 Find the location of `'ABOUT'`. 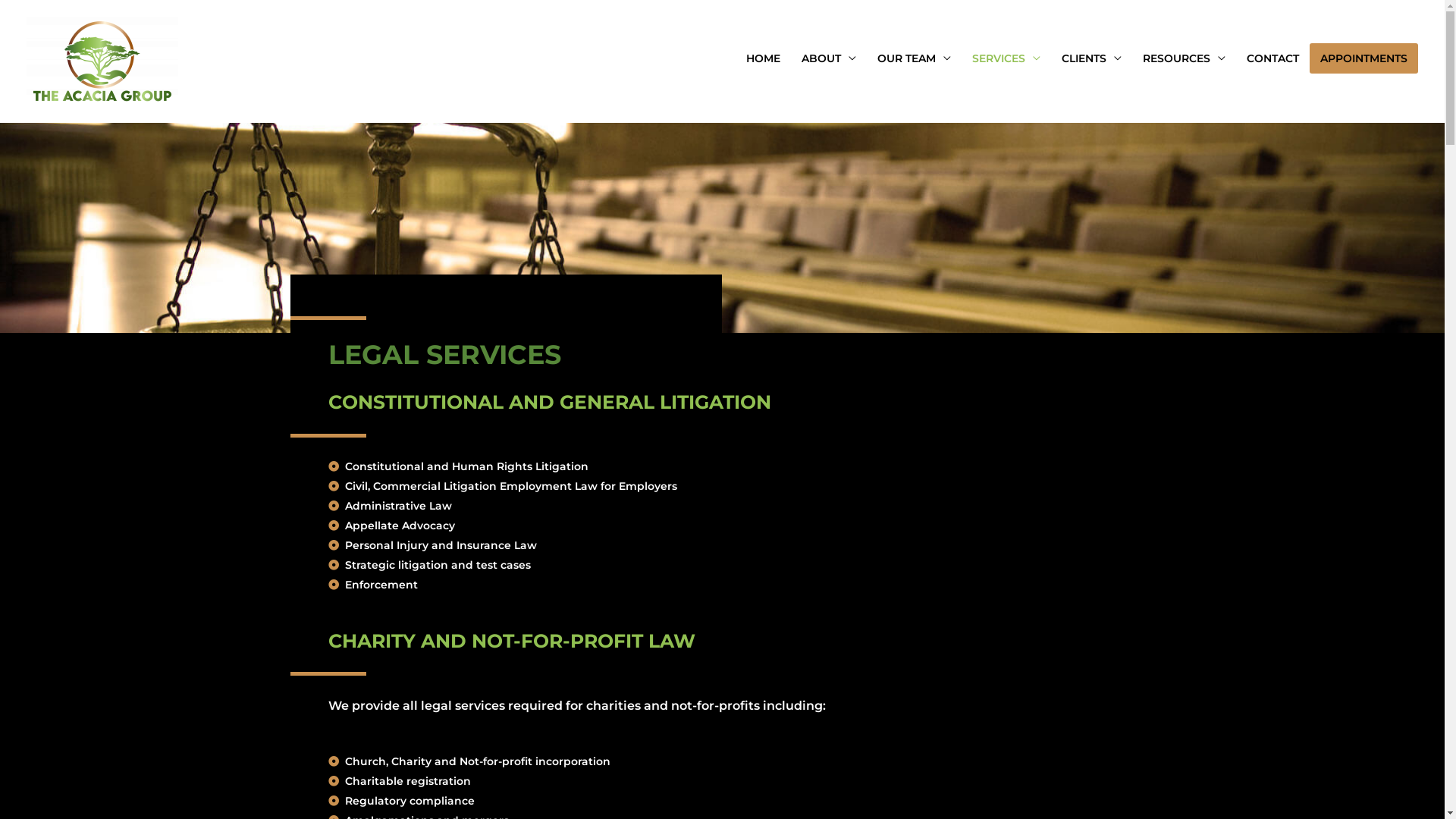

'ABOUT' is located at coordinates (828, 58).